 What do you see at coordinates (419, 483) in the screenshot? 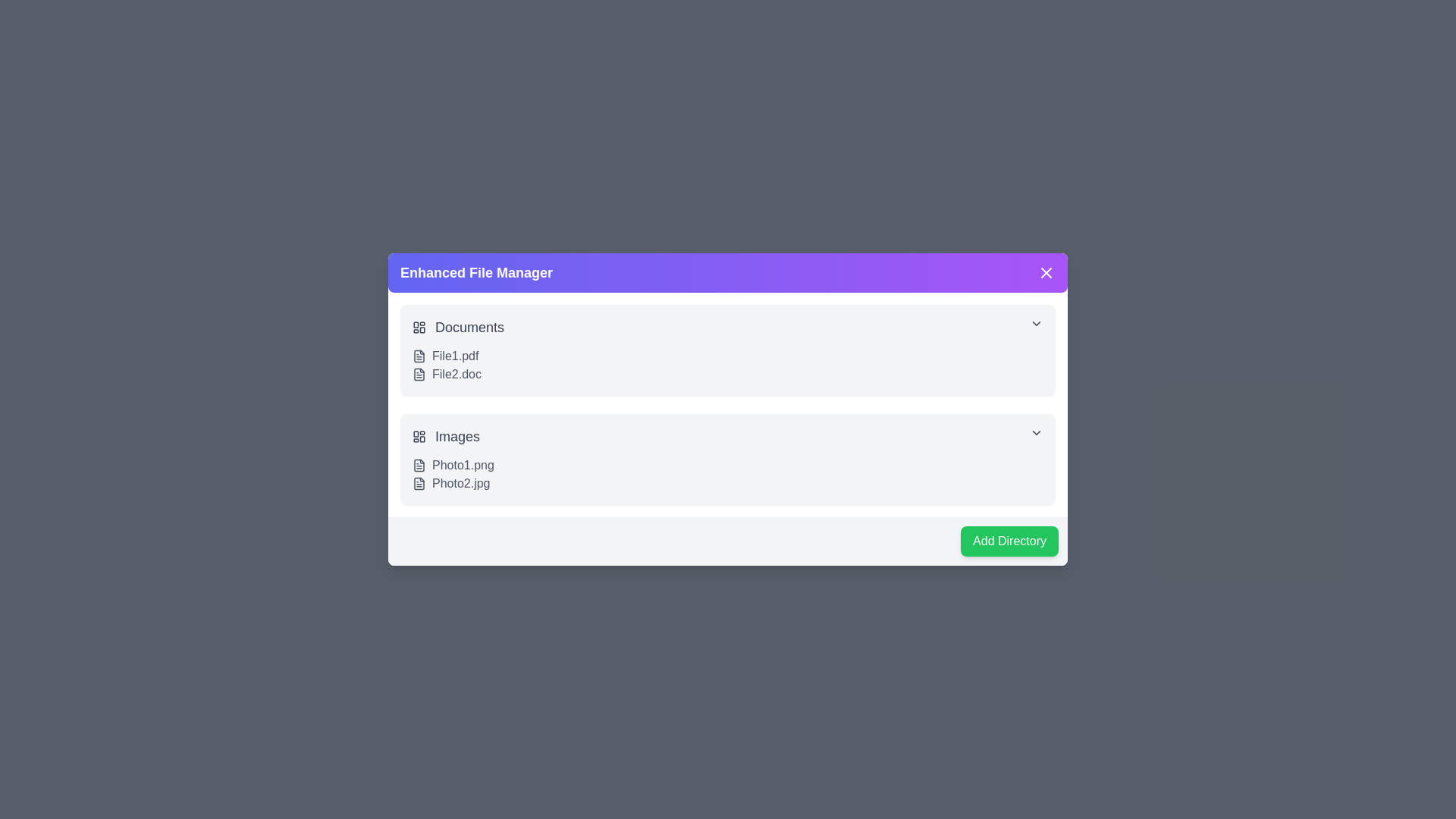
I see `the file Photo2.jpg listed under the directory Images` at bounding box center [419, 483].